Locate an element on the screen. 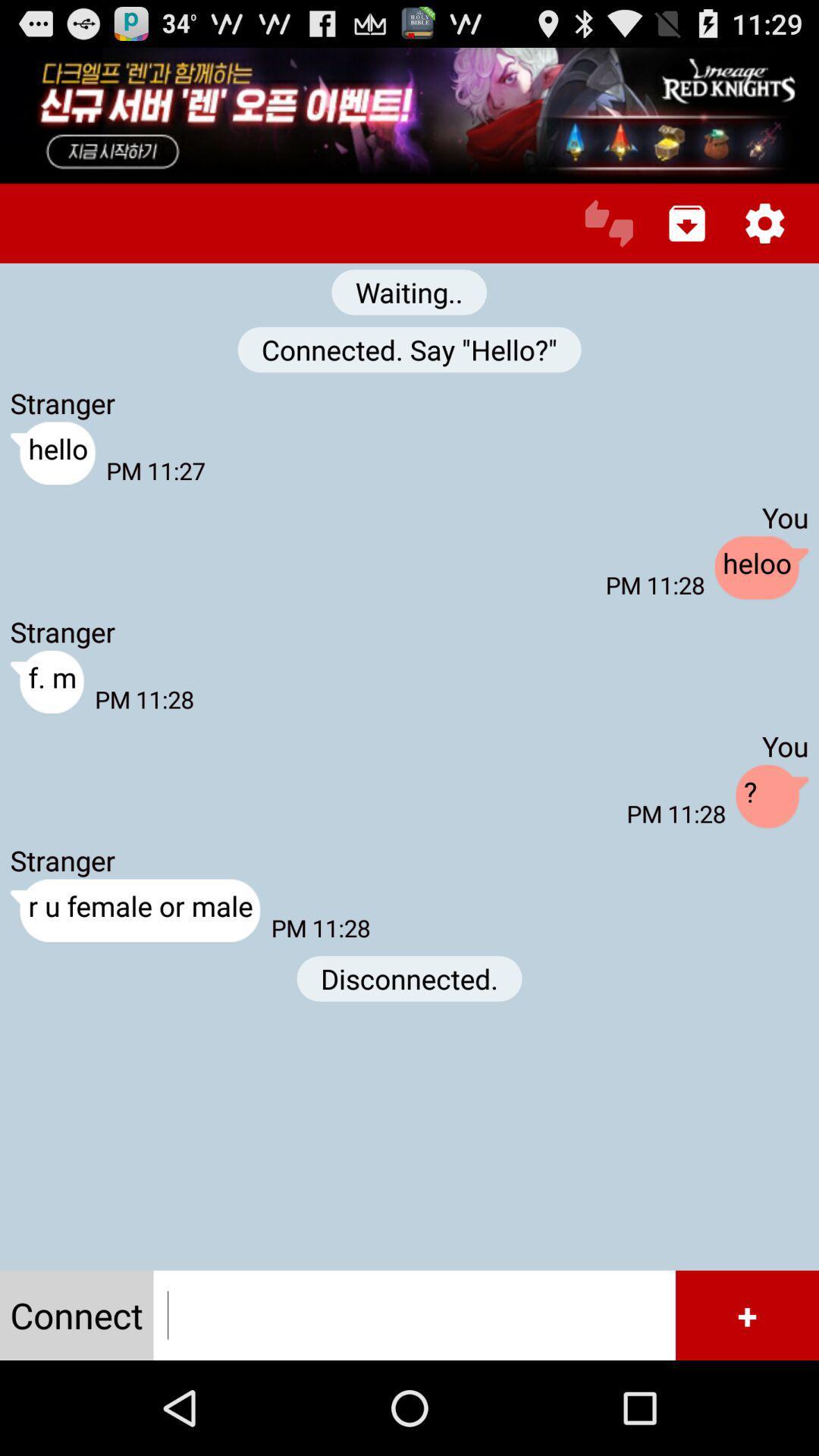 Image resolution: width=819 pixels, height=1456 pixels. the + is located at coordinates (746, 1314).